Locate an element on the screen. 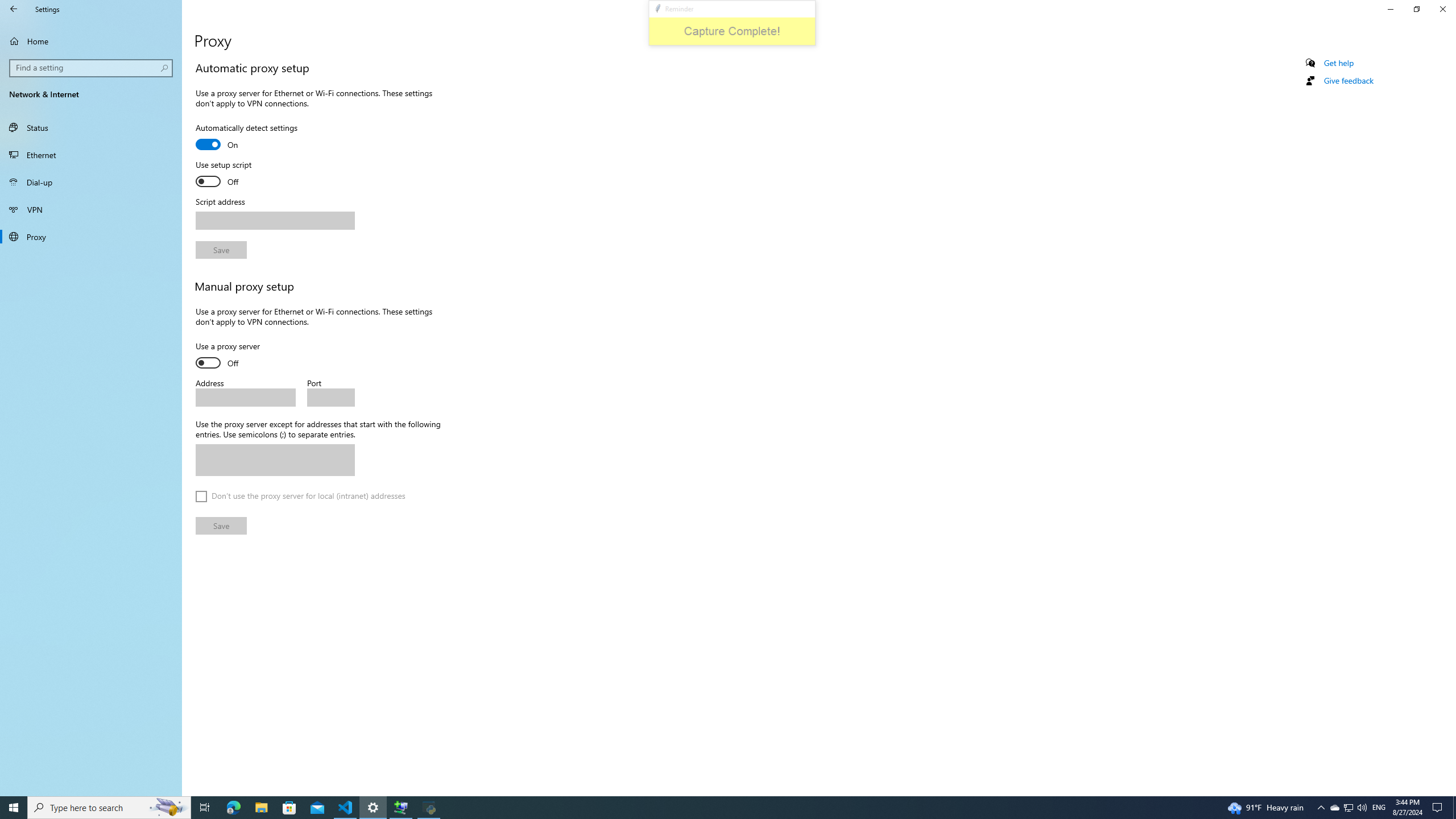 The image size is (1456, 819). 'Search box, Find a setting' is located at coordinates (91, 67).